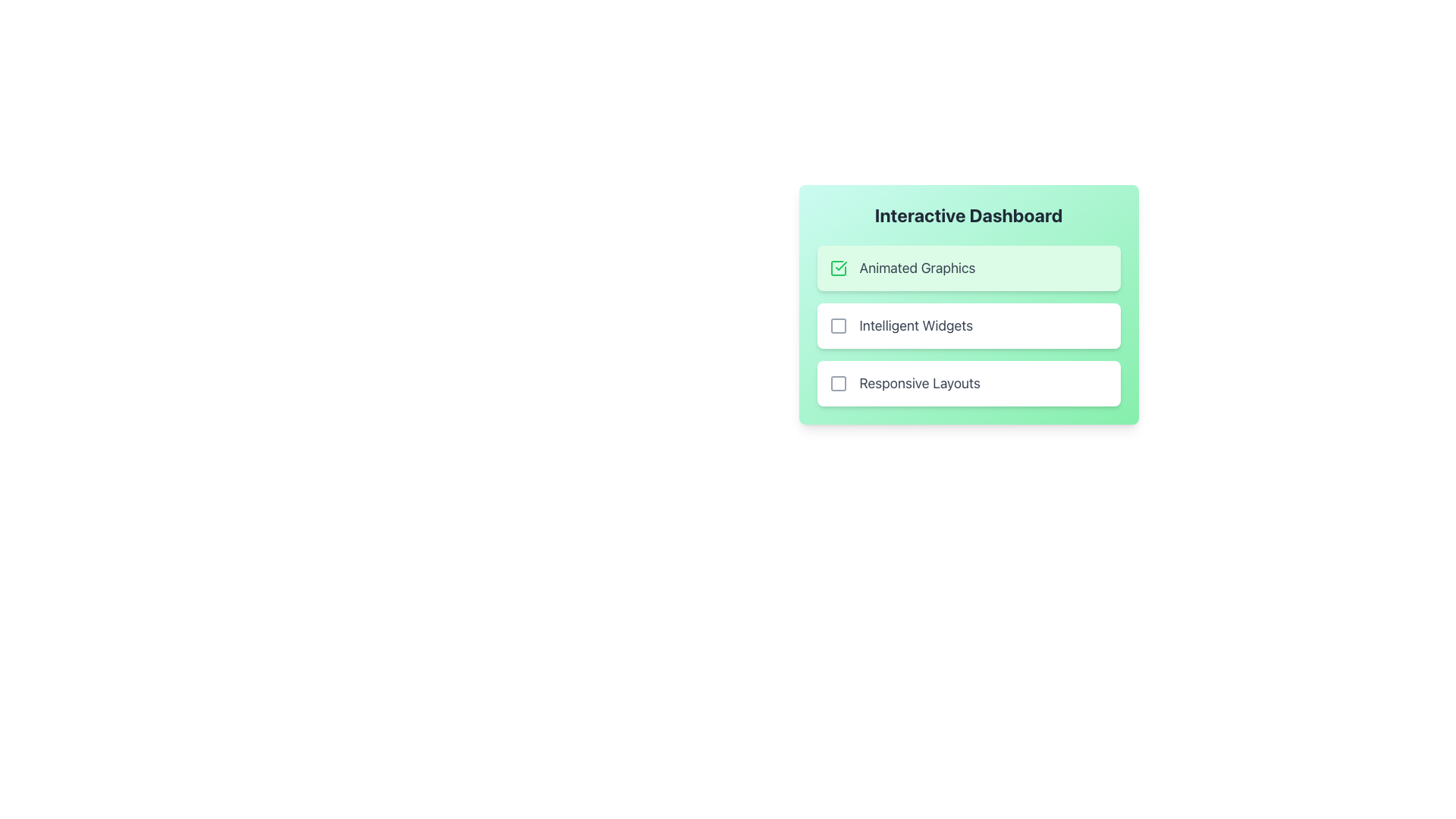  What do you see at coordinates (839, 265) in the screenshot?
I see `green checkmark icon located in the top card under the 'Interactive Dashboard' heading, positioned to the left of the 'Animated Graphics' text` at bounding box center [839, 265].